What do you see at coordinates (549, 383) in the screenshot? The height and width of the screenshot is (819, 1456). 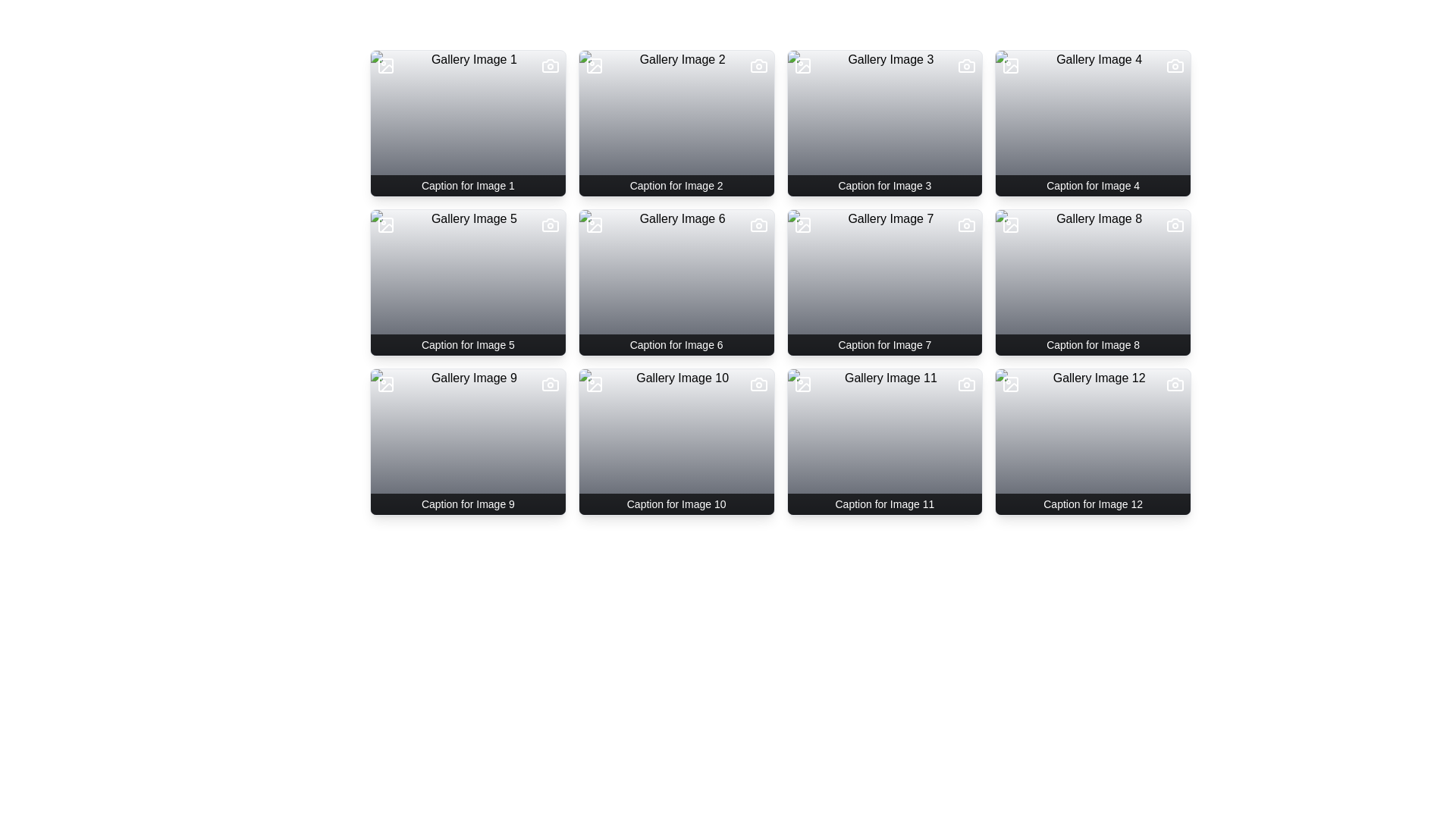 I see `the icon button located at the top-right corner of the card for 'Caption for Image 9', which serves as an action element for photo preview or editing` at bounding box center [549, 383].